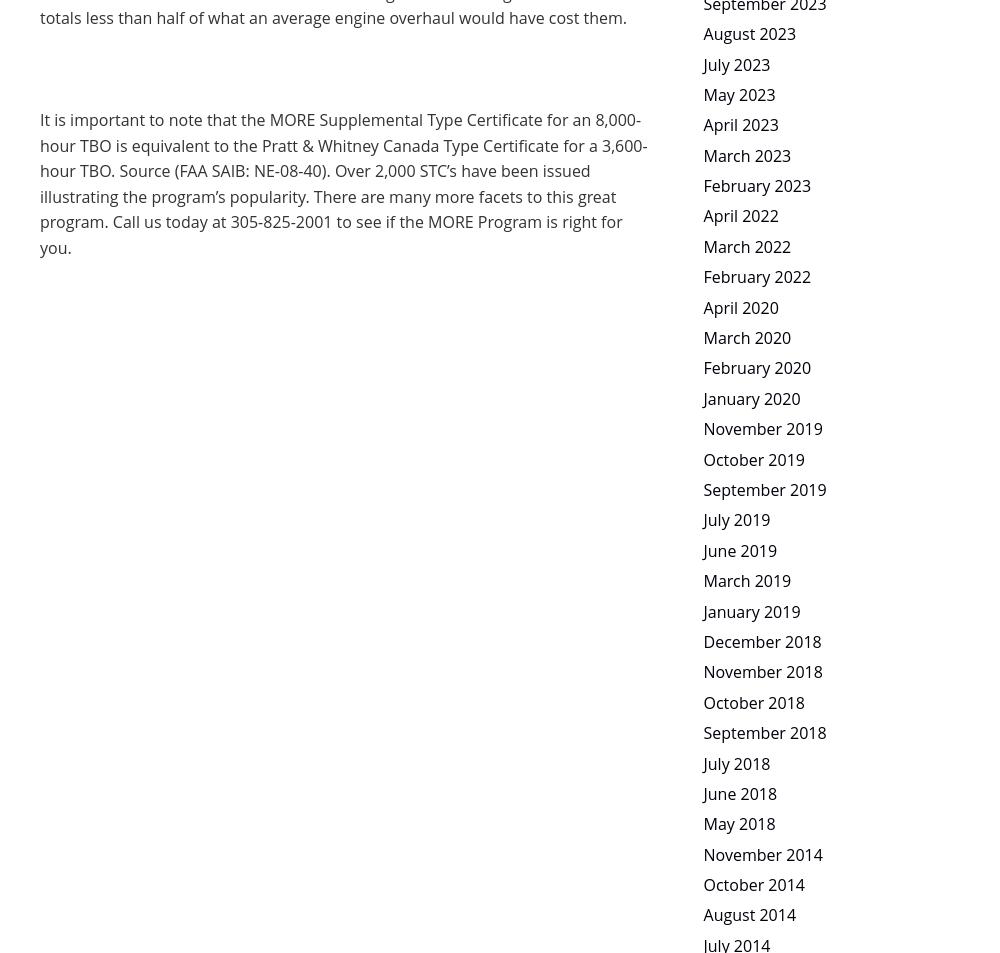 This screenshot has height=953, width=1000. Describe the element at coordinates (753, 701) in the screenshot. I see `'October 2018'` at that location.